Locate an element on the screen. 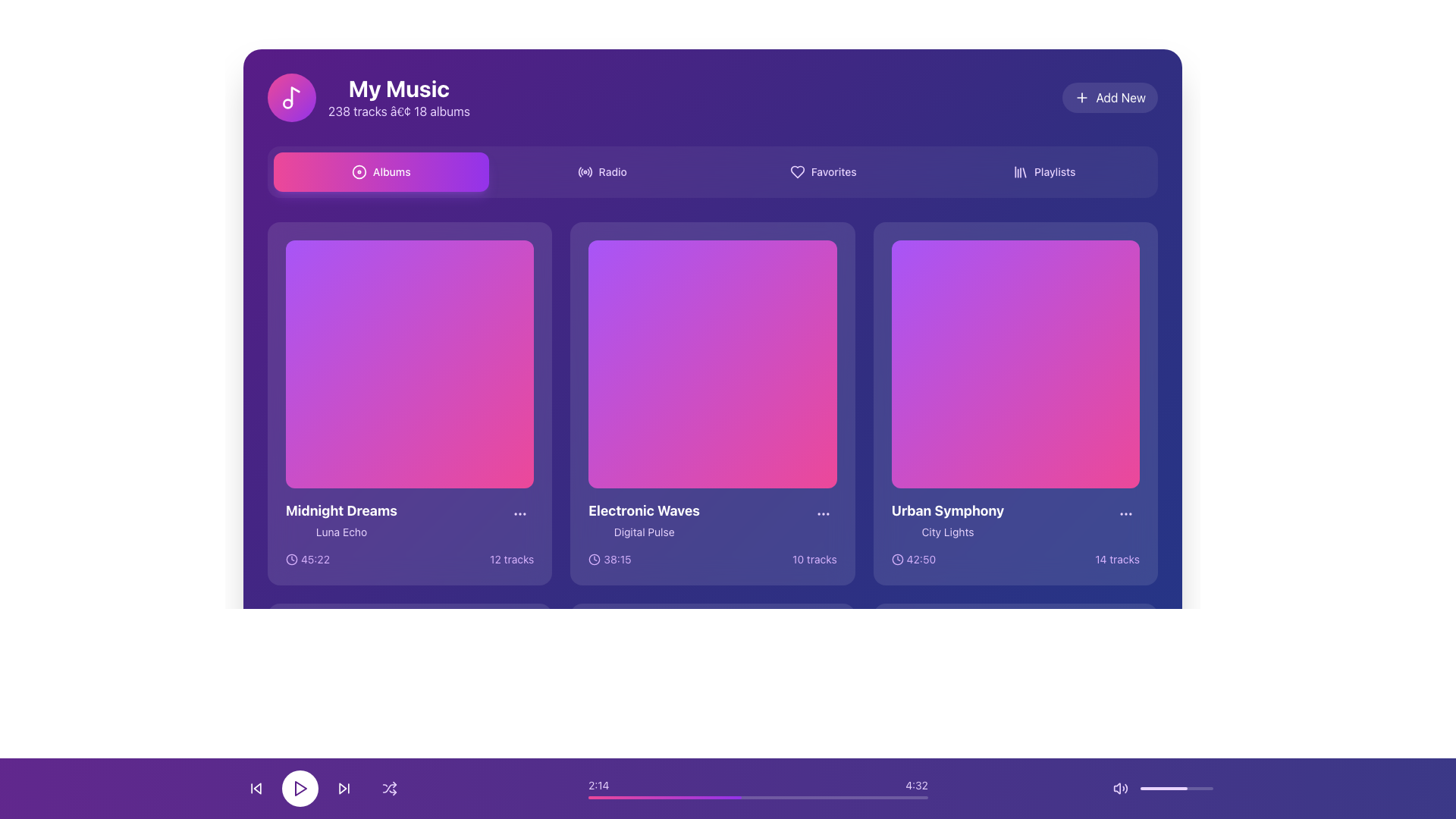 This screenshot has height=819, width=1456. the static text element titled 'Midnight Dreams' with the subtitle 'Luna Echo', located at the bottom-left corner of the first card in a horizontally aligned list of three cards is located at coordinates (340, 519).